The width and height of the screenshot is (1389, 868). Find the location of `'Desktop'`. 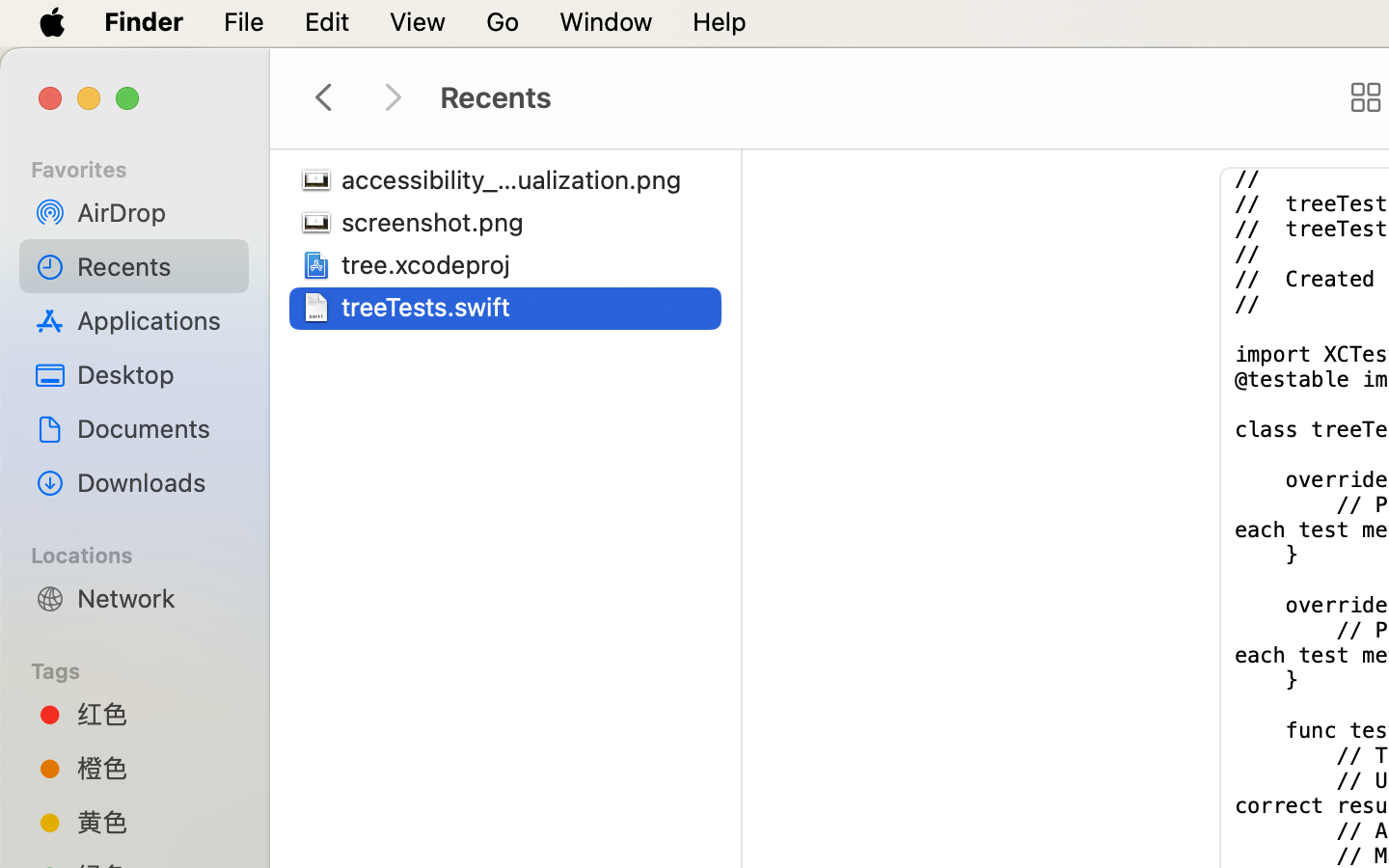

'Desktop' is located at coordinates (153, 373).